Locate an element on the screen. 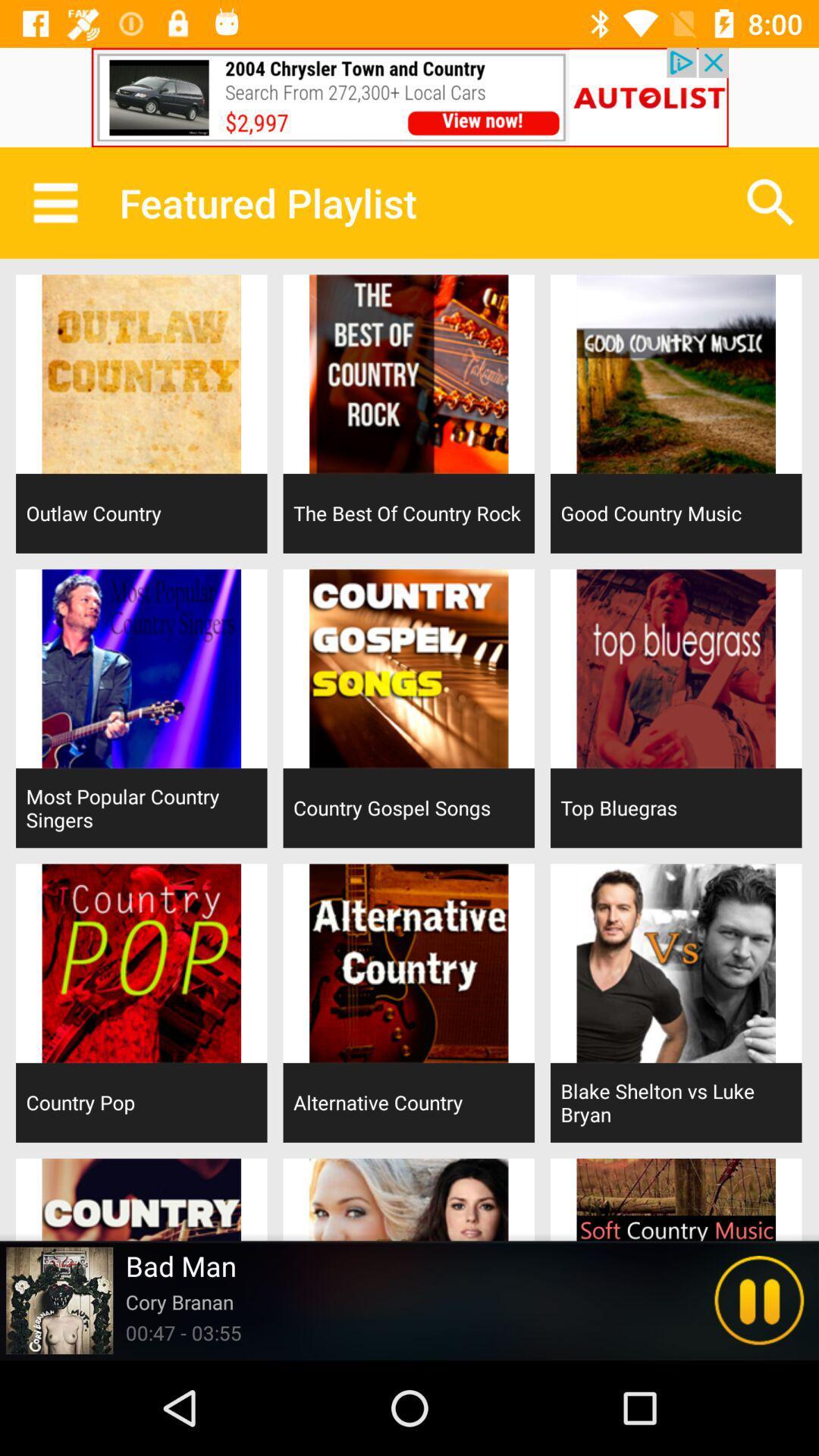  the pause icon is located at coordinates (759, 1300).